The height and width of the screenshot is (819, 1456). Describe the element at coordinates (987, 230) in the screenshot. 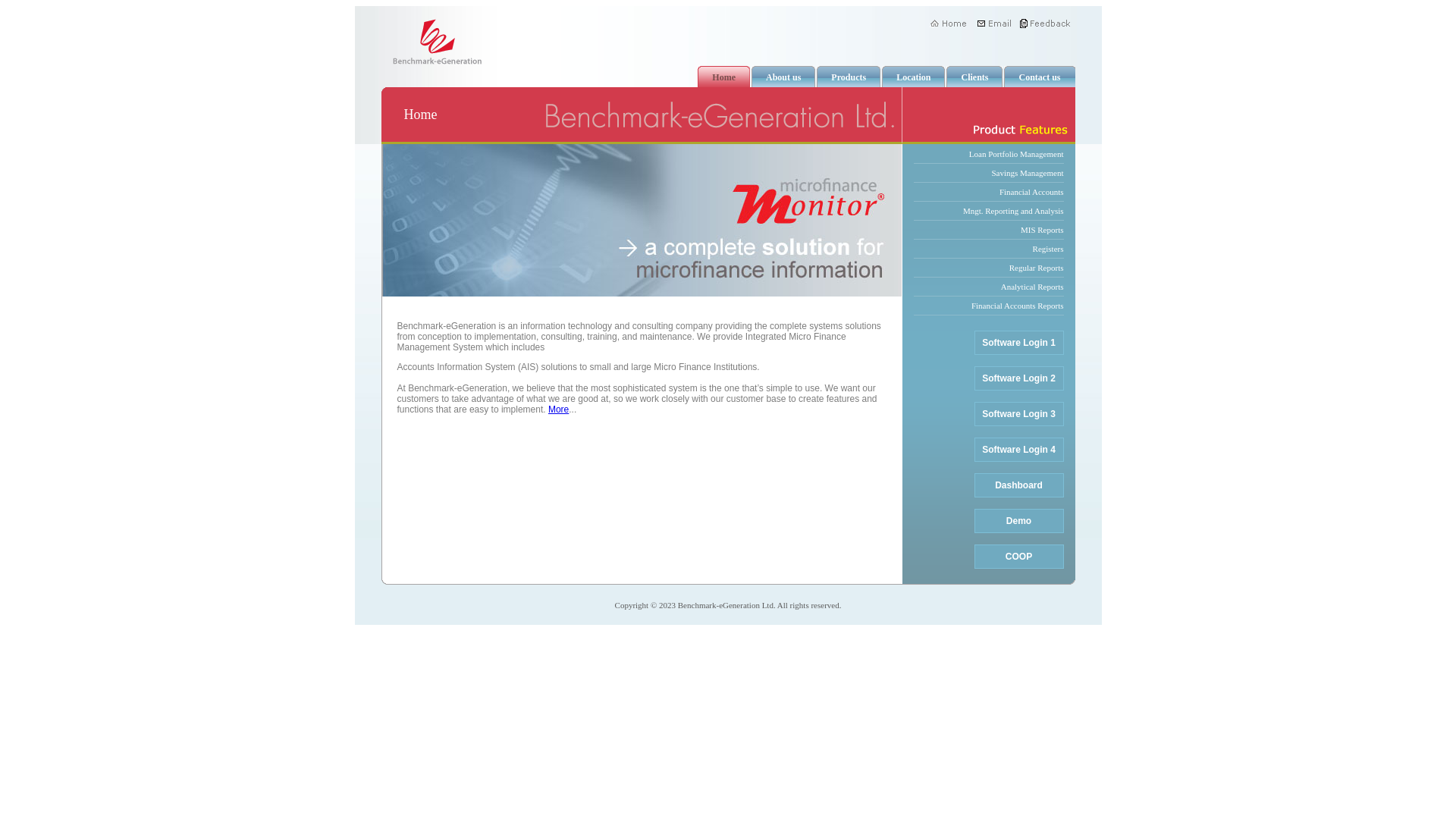

I see `'MIS Reports'` at that location.